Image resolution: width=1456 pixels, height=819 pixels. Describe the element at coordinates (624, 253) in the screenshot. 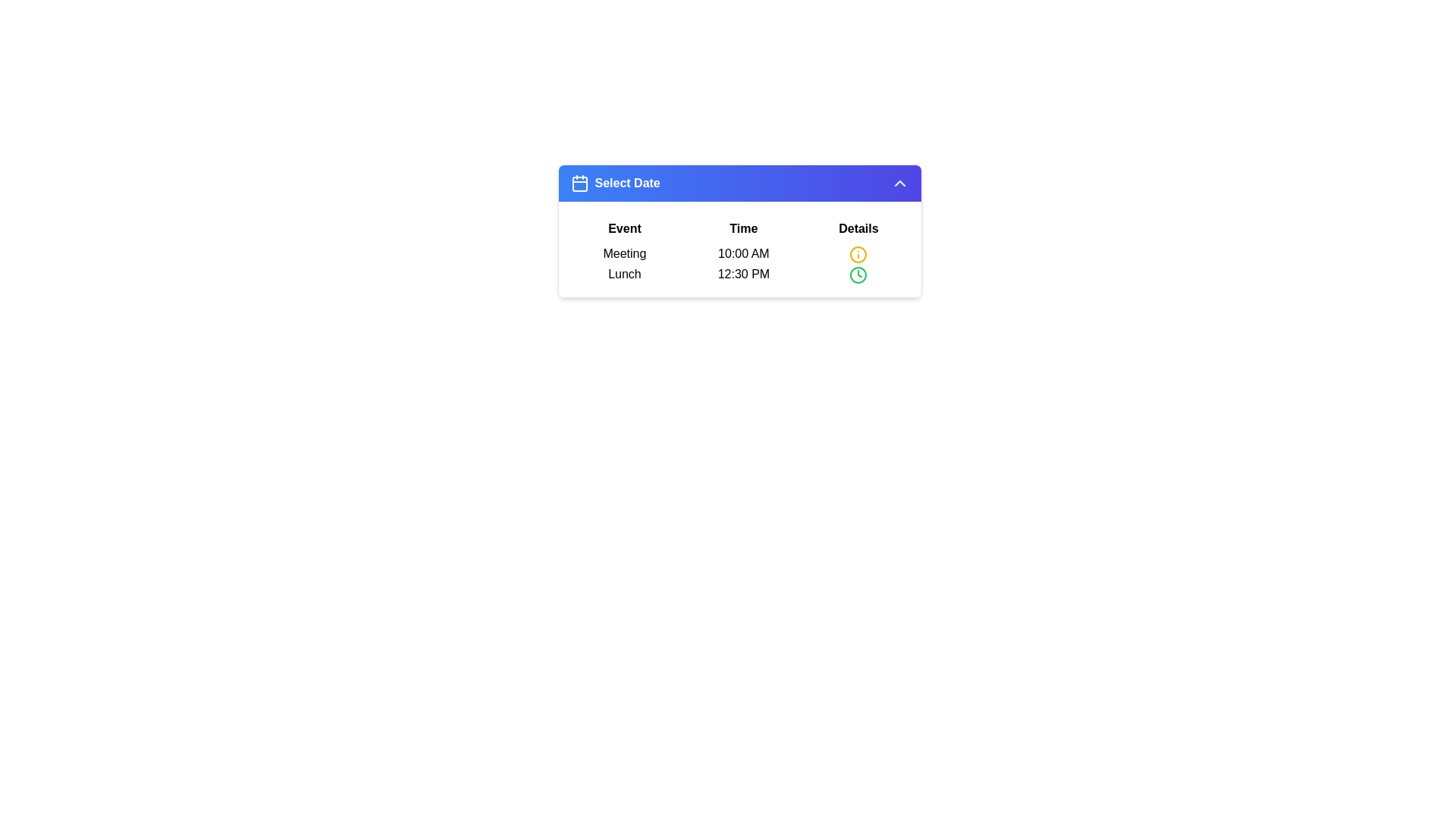

I see `the 'Meeting' text label located in the first row of the 'Event' column under the 'Select Date' section` at that location.